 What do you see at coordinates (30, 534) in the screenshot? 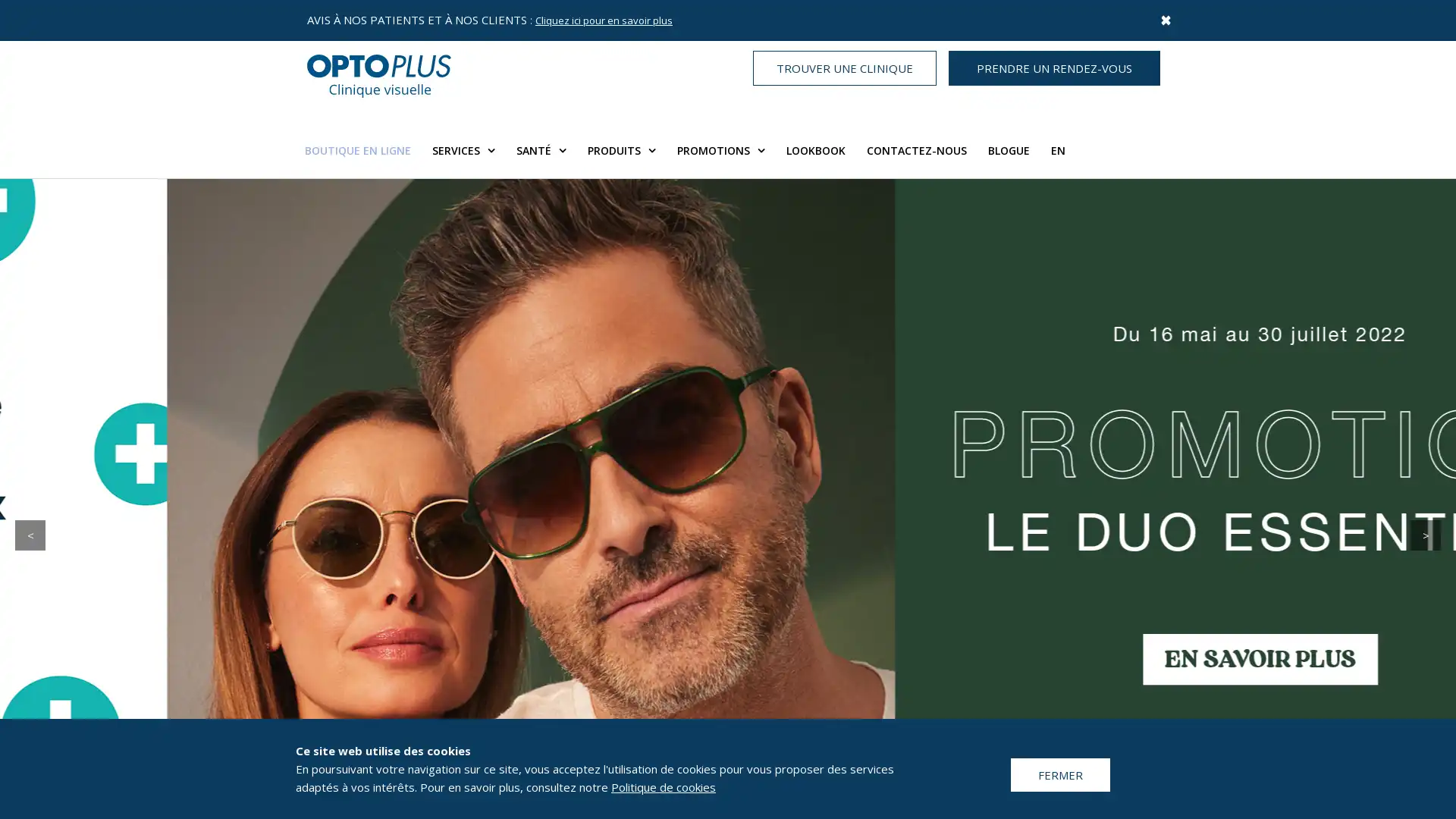
I see `<` at bounding box center [30, 534].